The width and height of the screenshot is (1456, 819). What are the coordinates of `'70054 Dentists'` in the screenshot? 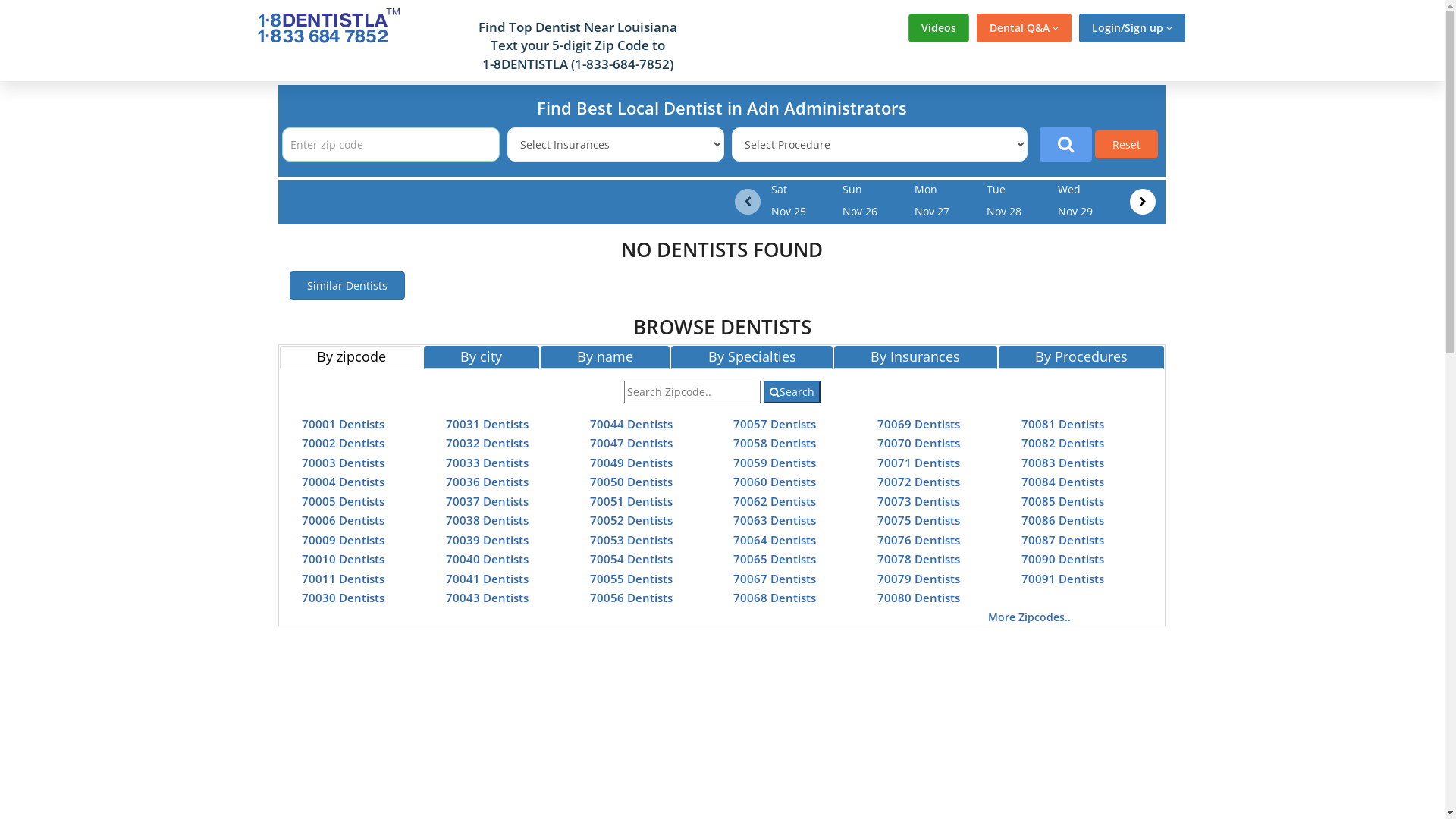 It's located at (588, 558).